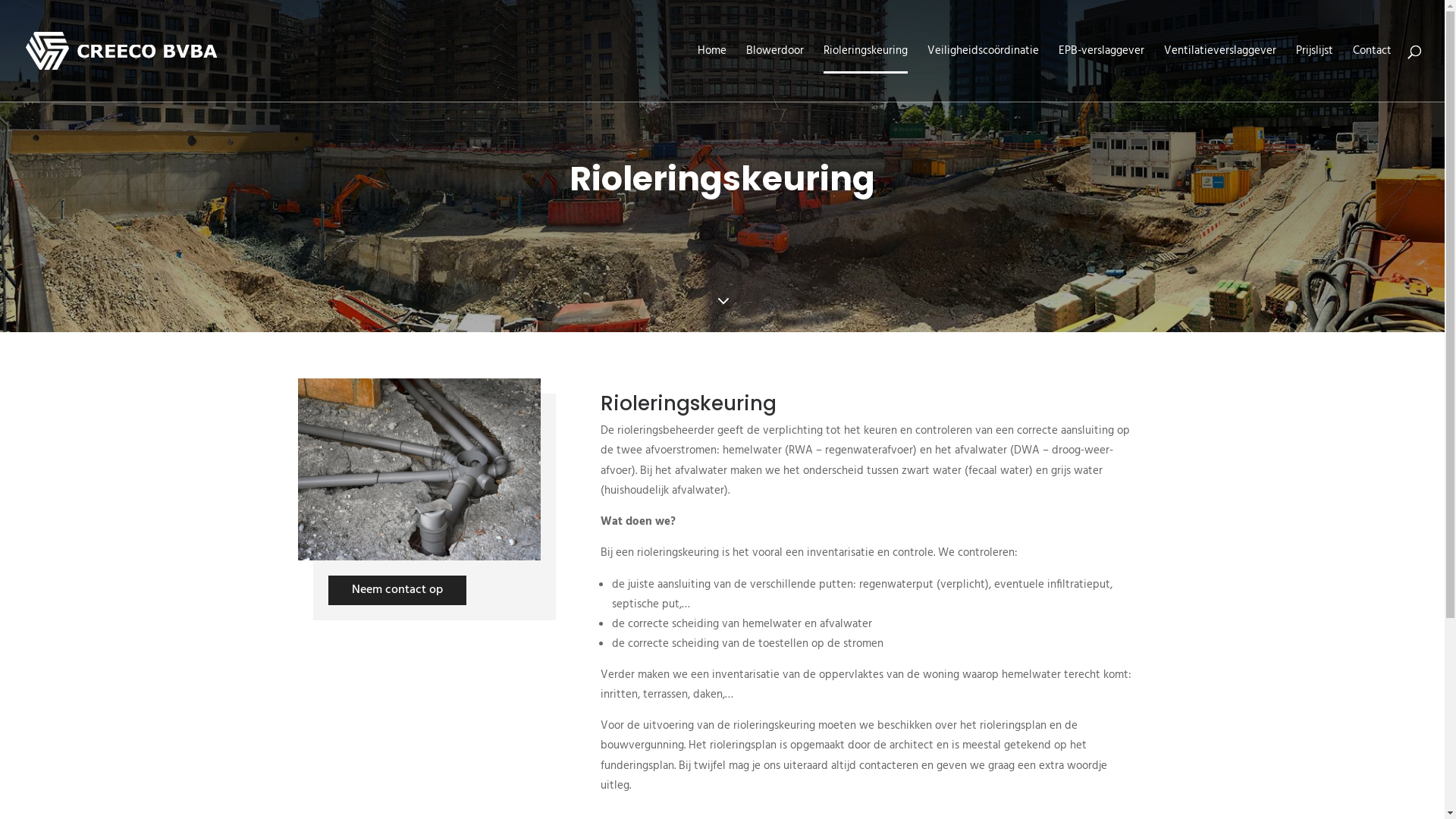  I want to click on 'Home', so click(711, 73).